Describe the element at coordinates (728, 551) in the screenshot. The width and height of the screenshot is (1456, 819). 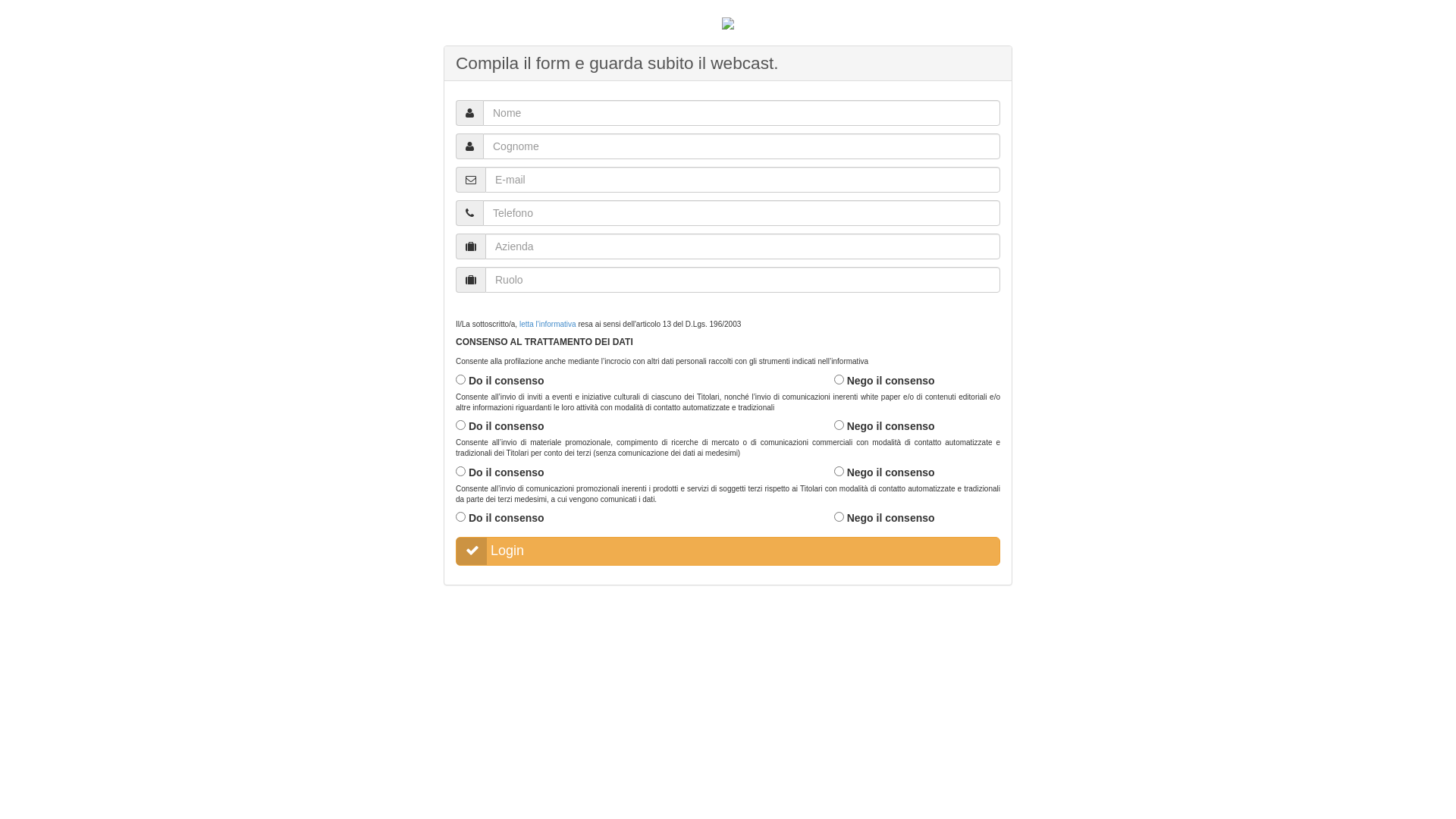
I see `'Login'` at that location.